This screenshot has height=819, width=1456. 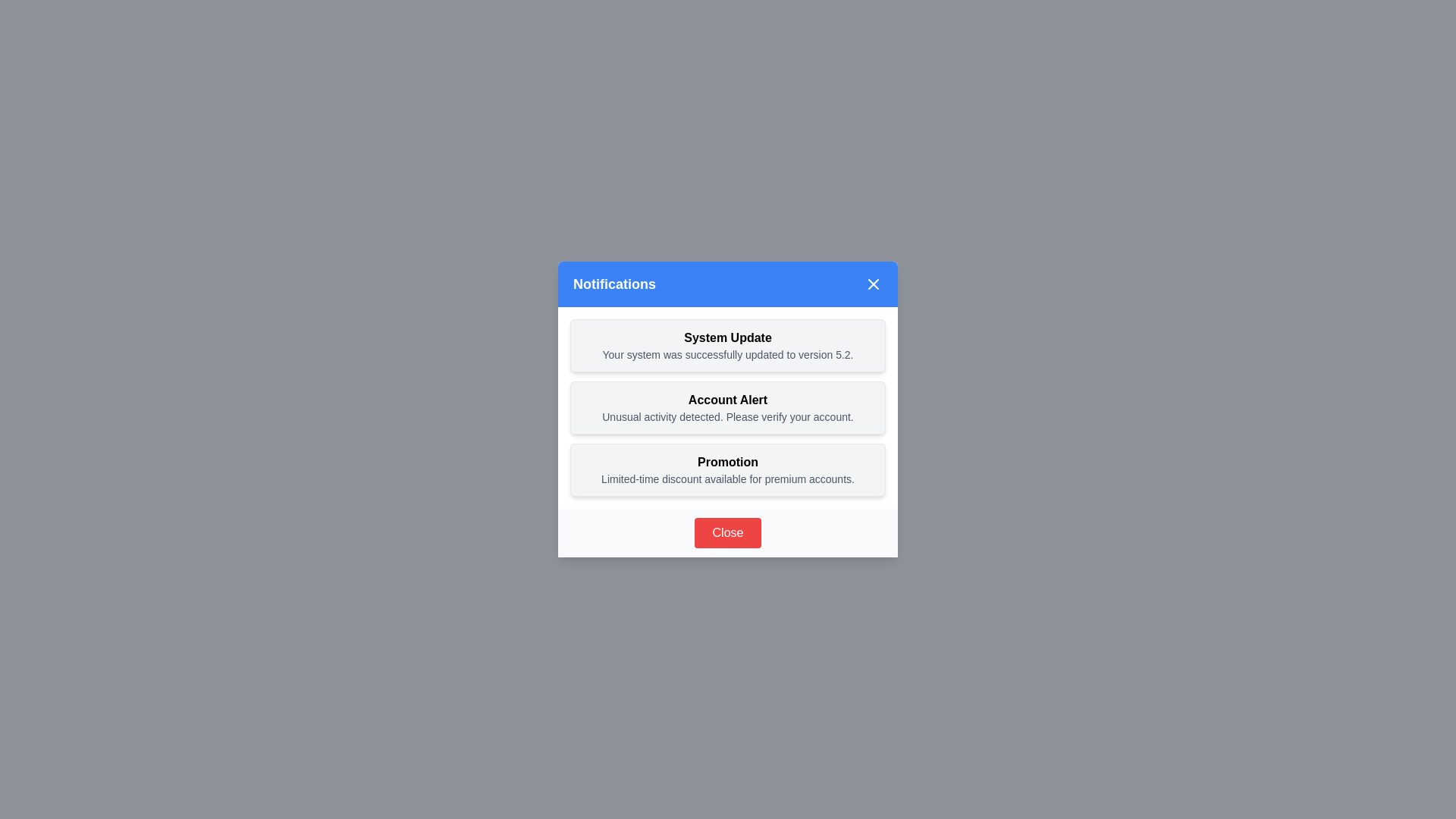 What do you see at coordinates (874, 284) in the screenshot?
I see `the close icon ('X') located in the top-right corner of the 'Notifications' header` at bounding box center [874, 284].